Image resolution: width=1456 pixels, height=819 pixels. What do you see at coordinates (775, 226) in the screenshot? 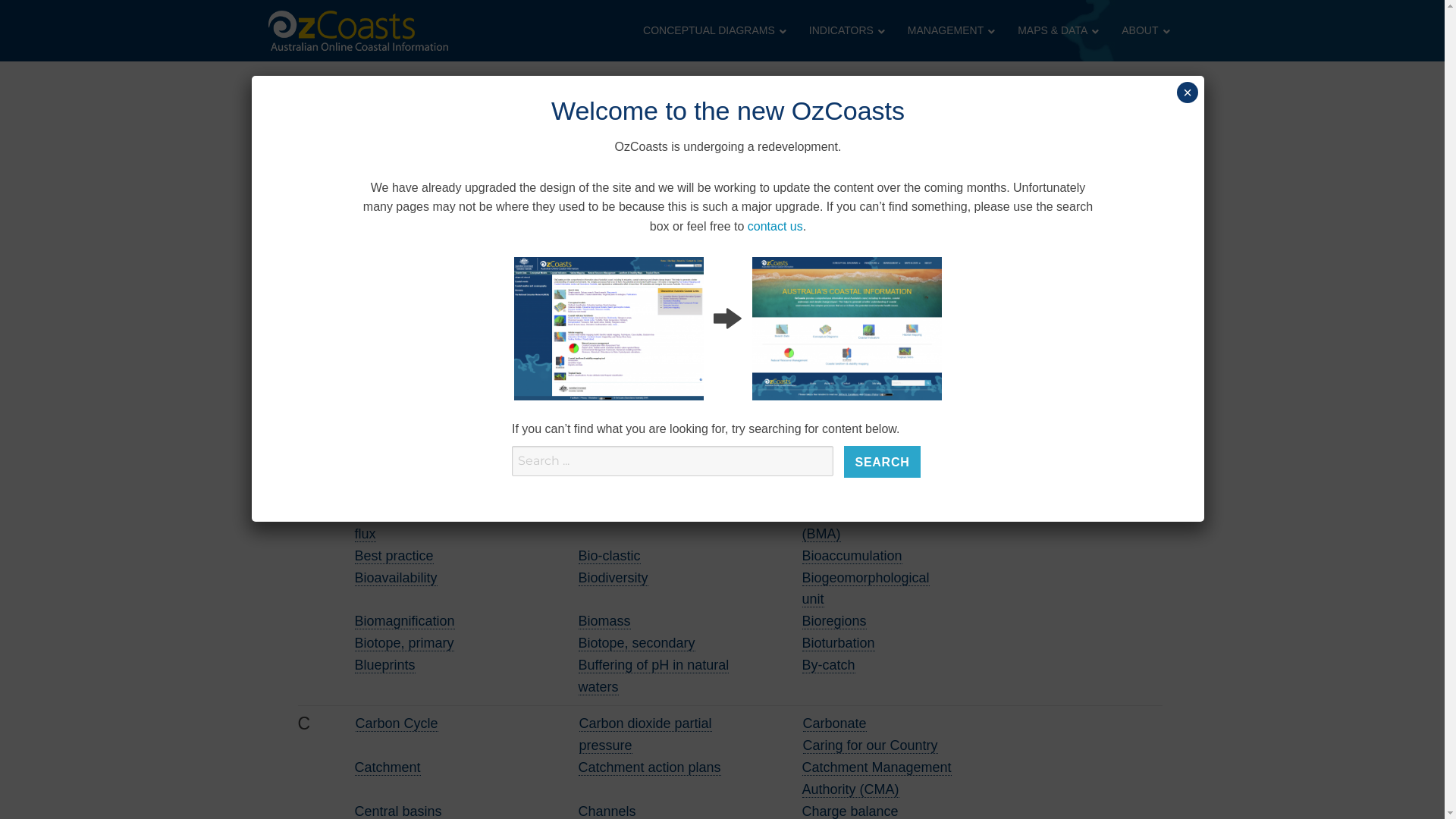
I see `'contact us'` at bounding box center [775, 226].